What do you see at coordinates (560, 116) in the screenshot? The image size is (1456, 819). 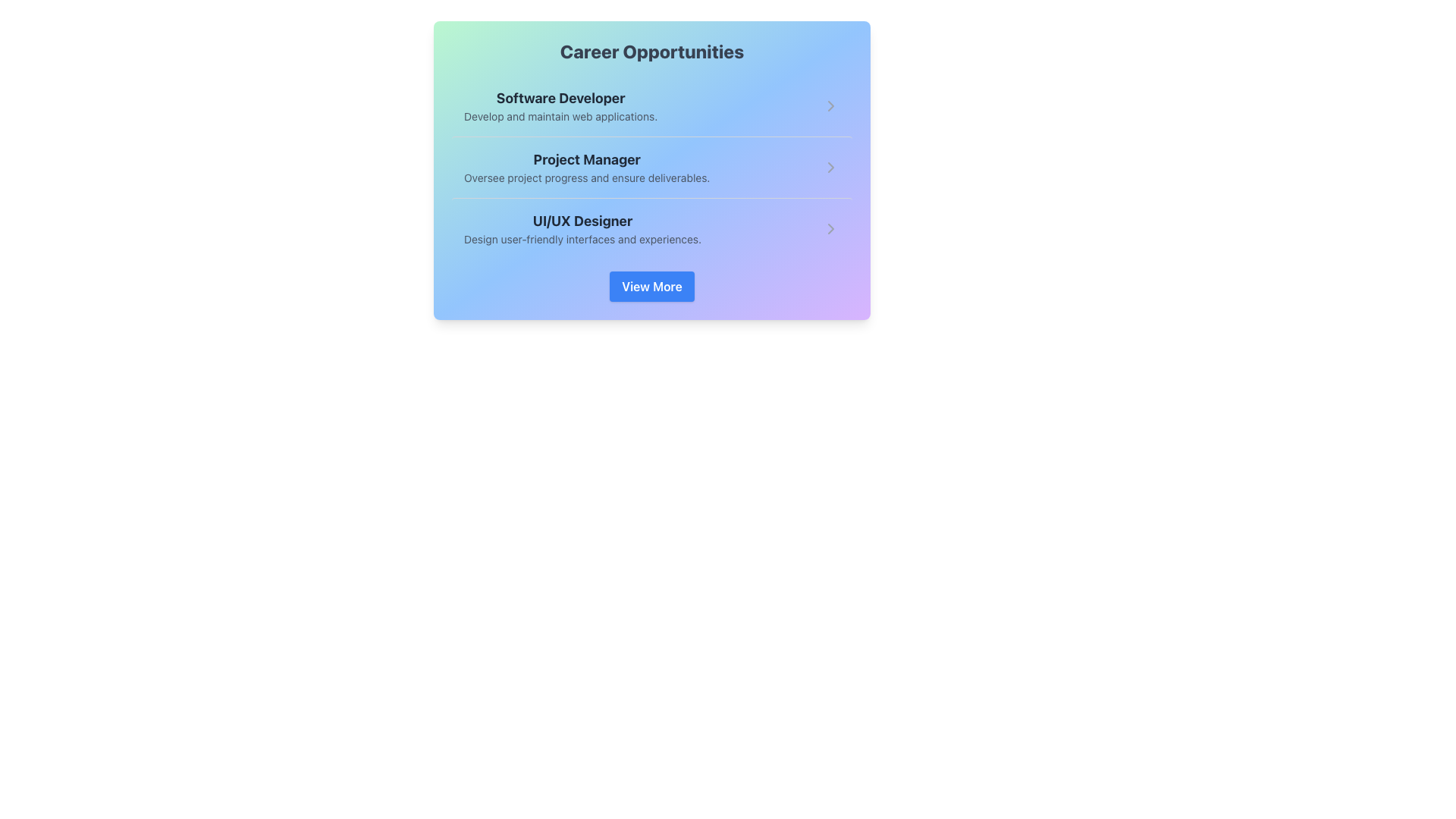 I see `the text label that provides a description for the title 'Software Developer', located directly below the title within a structured layout` at bounding box center [560, 116].